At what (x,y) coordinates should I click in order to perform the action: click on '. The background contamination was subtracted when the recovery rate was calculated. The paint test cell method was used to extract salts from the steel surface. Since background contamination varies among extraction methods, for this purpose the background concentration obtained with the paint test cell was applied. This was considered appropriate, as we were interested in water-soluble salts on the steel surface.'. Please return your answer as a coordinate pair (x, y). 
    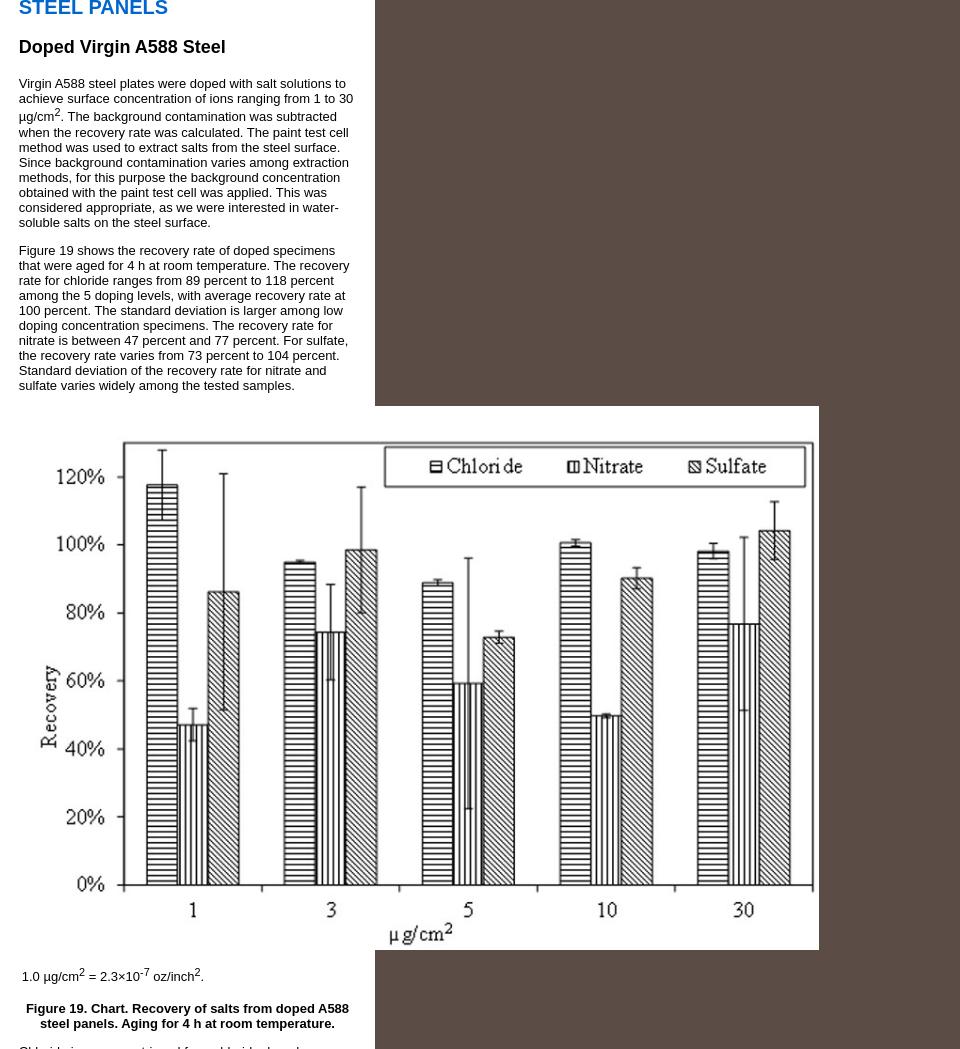
    Looking at the image, I should click on (183, 167).